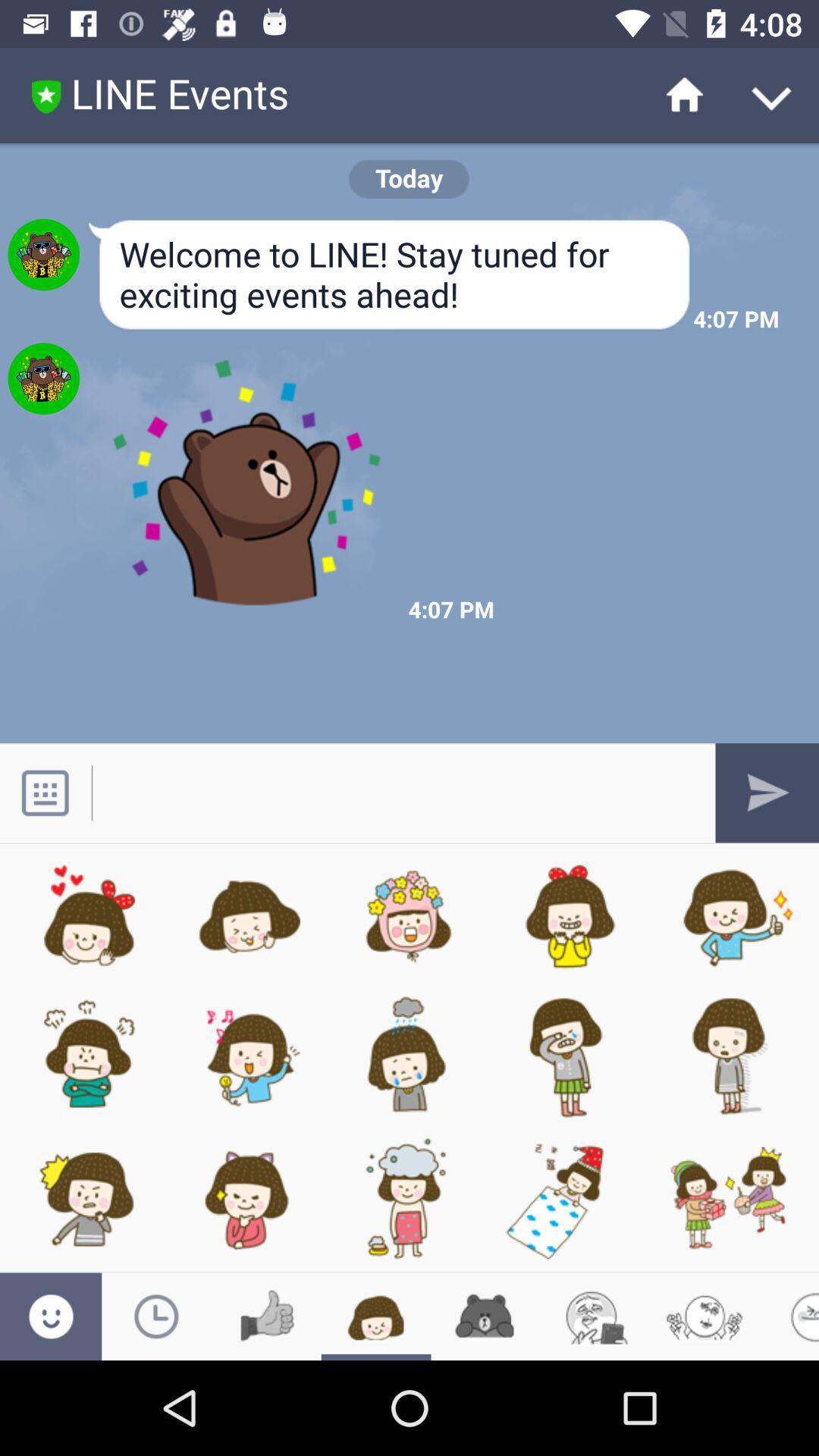 This screenshot has width=819, height=1456. What do you see at coordinates (50, 1316) in the screenshot?
I see `the emoji icon` at bounding box center [50, 1316].